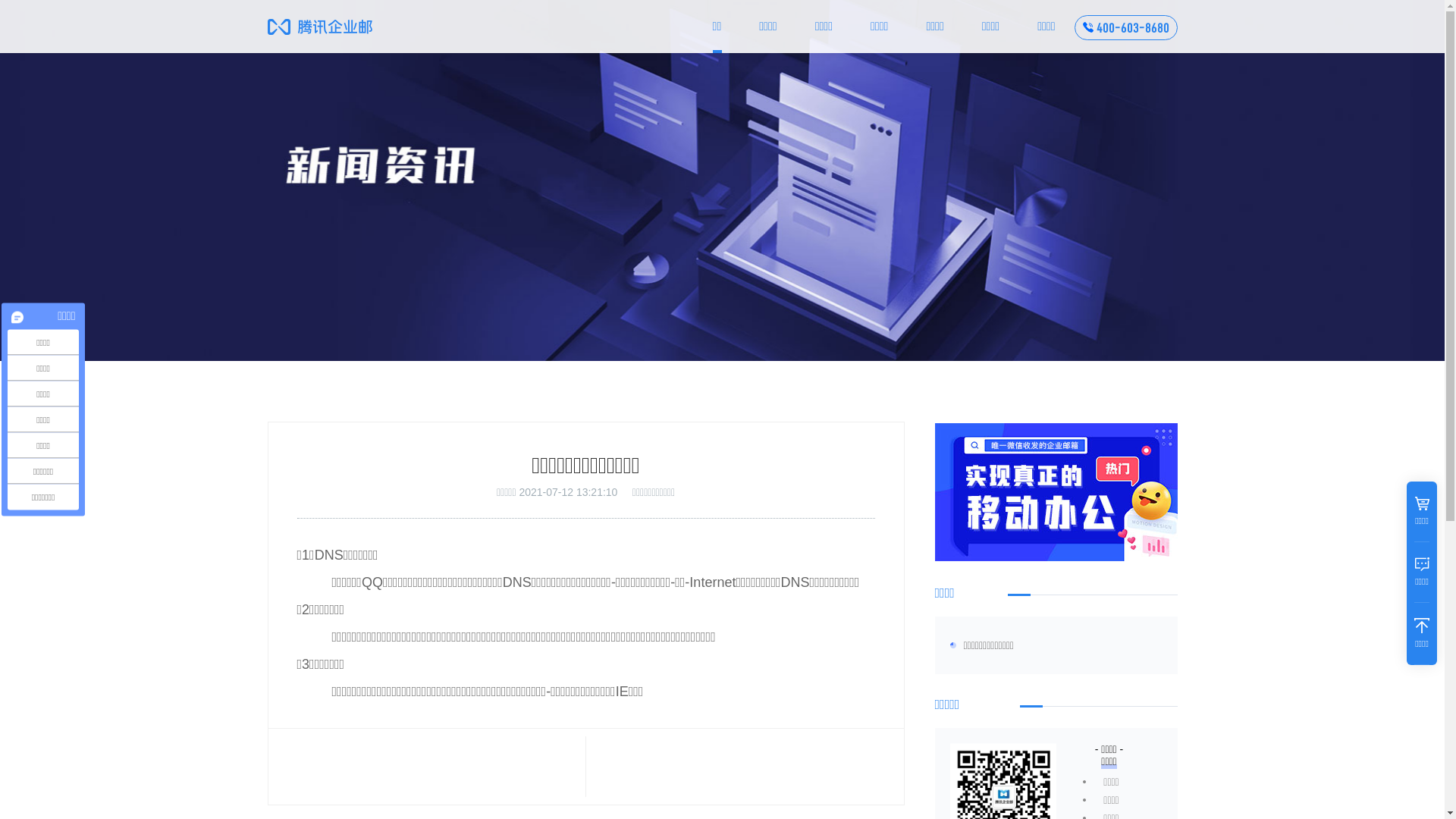  What do you see at coordinates (1132, 28) in the screenshot?
I see `'400-603-8680'` at bounding box center [1132, 28].